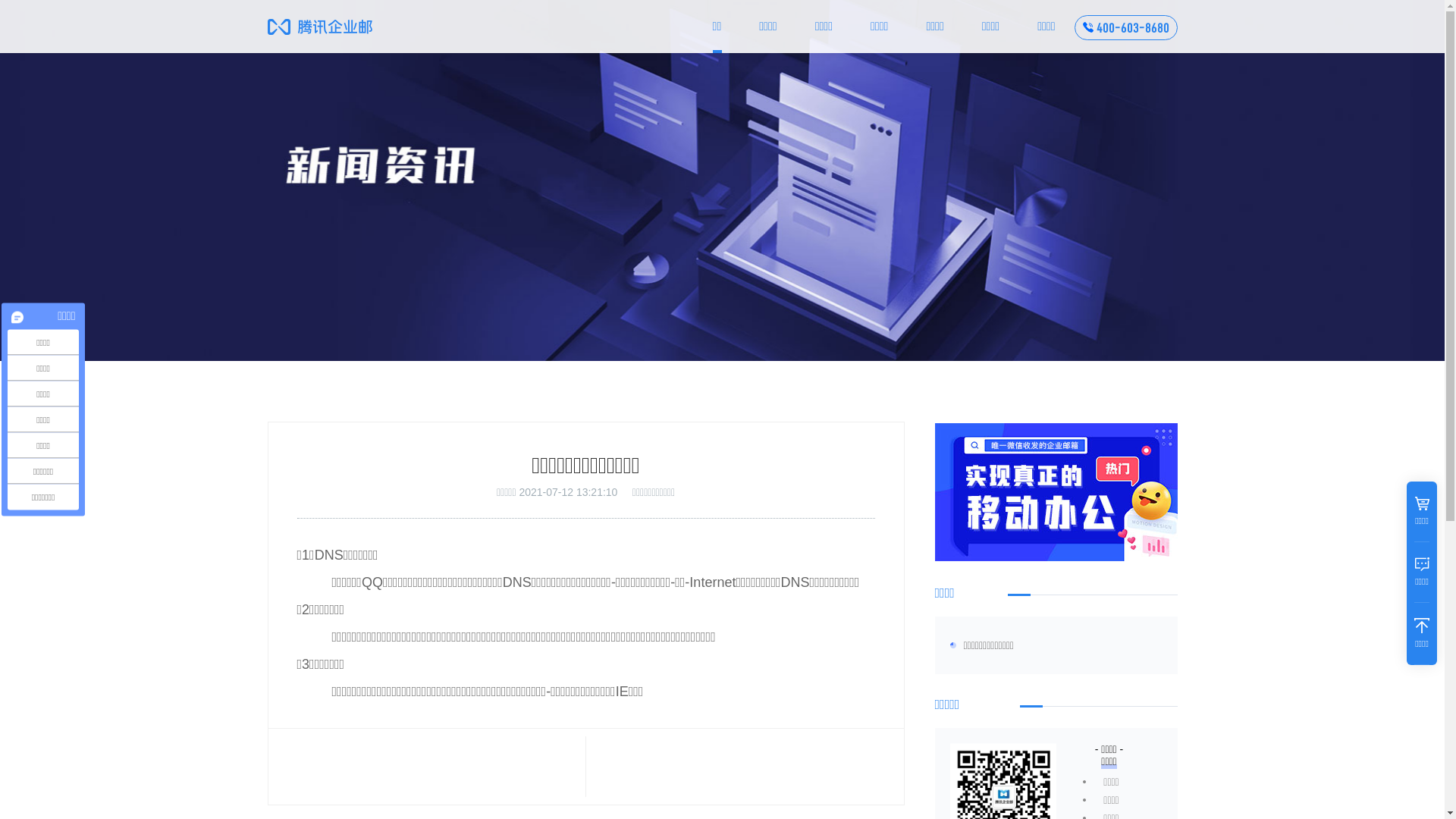  What do you see at coordinates (1132, 28) in the screenshot?
I see `'400-603-8680'` at bounding box center [1132, 28].